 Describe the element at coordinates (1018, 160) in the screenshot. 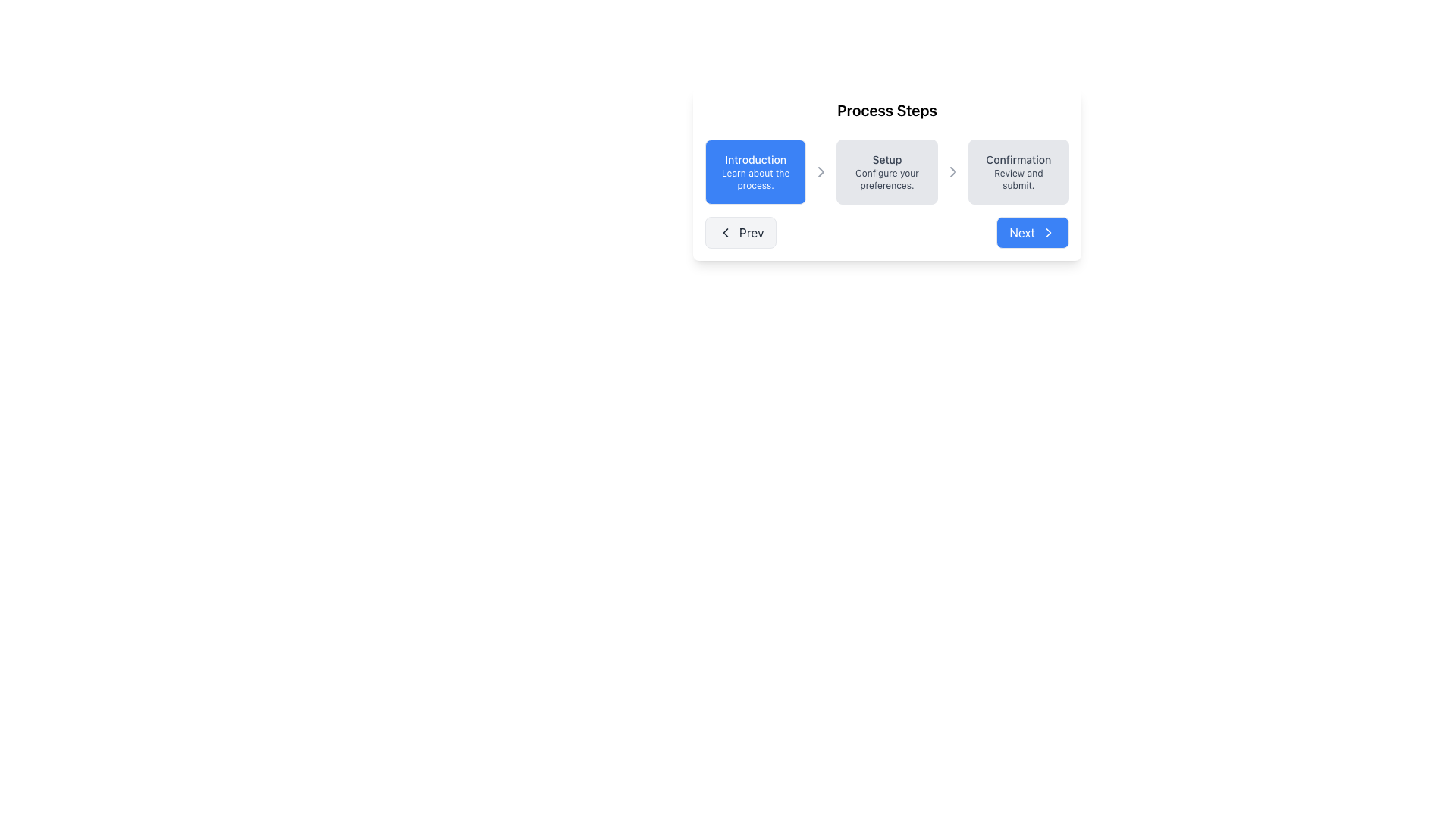

I see `the 'Confirmation' text label, which is styled in a smaller font size with medium weight, located within a light gray background and rounded corners, at the rightmost end of the horizontal step indicator section` at that location.